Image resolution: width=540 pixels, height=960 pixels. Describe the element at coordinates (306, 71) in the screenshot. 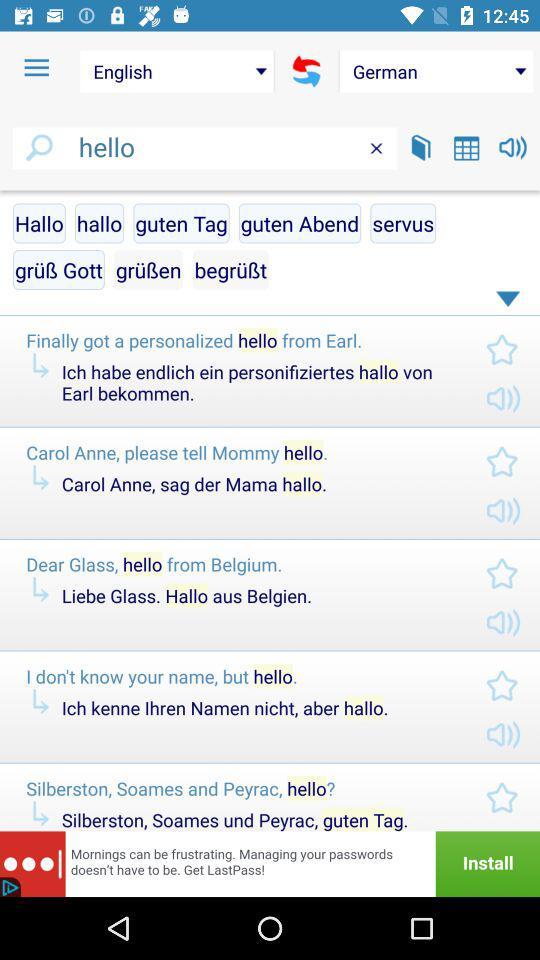

I see `swap translation languages` at that location.